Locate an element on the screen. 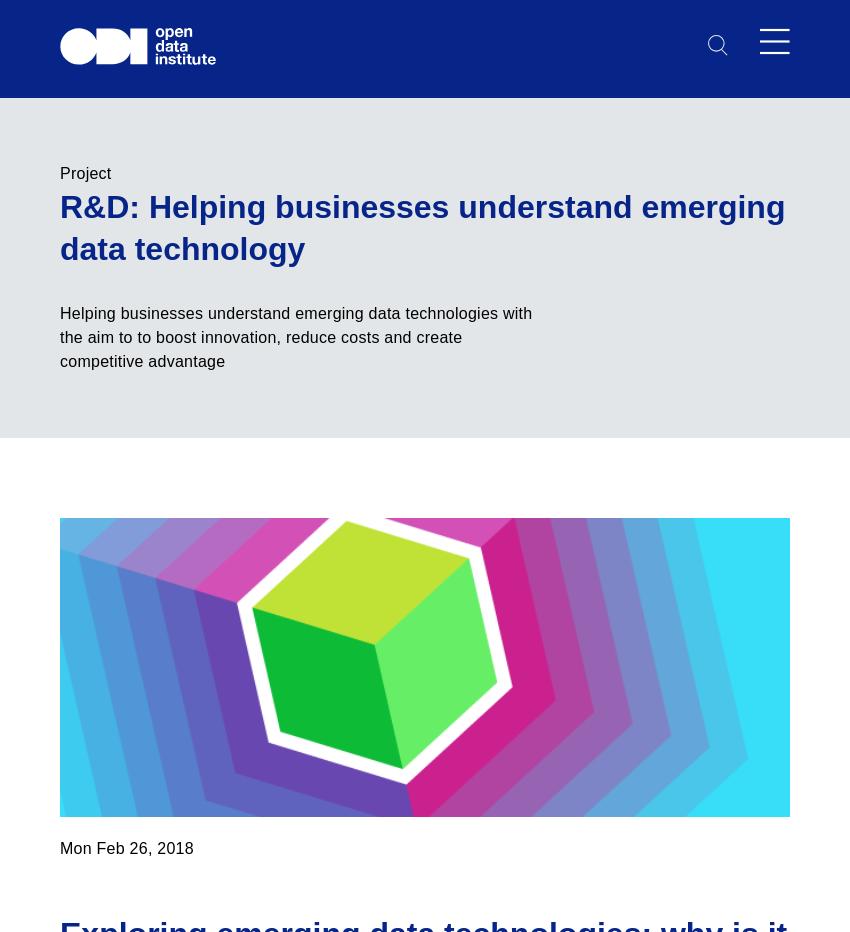  'The role of data in artificial intelligence' is located at coordinates (200, 636).